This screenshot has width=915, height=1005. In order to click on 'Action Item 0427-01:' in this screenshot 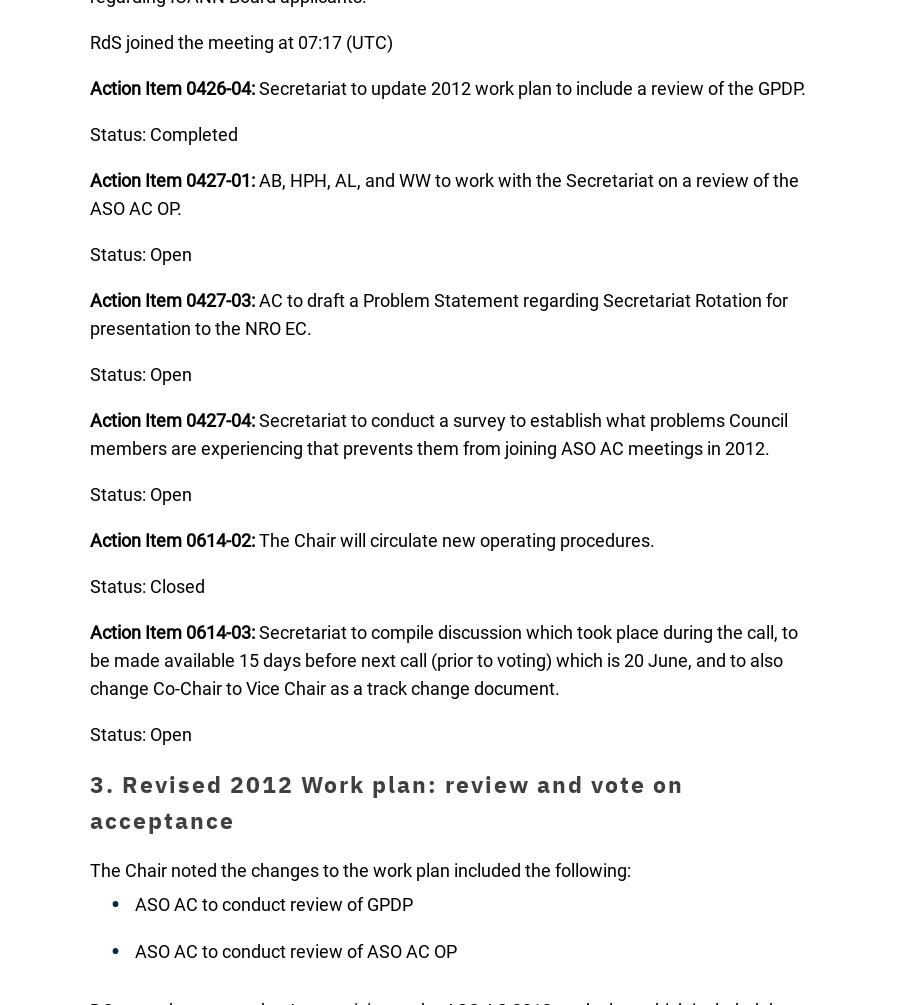, I will do `click(171, 179)`.